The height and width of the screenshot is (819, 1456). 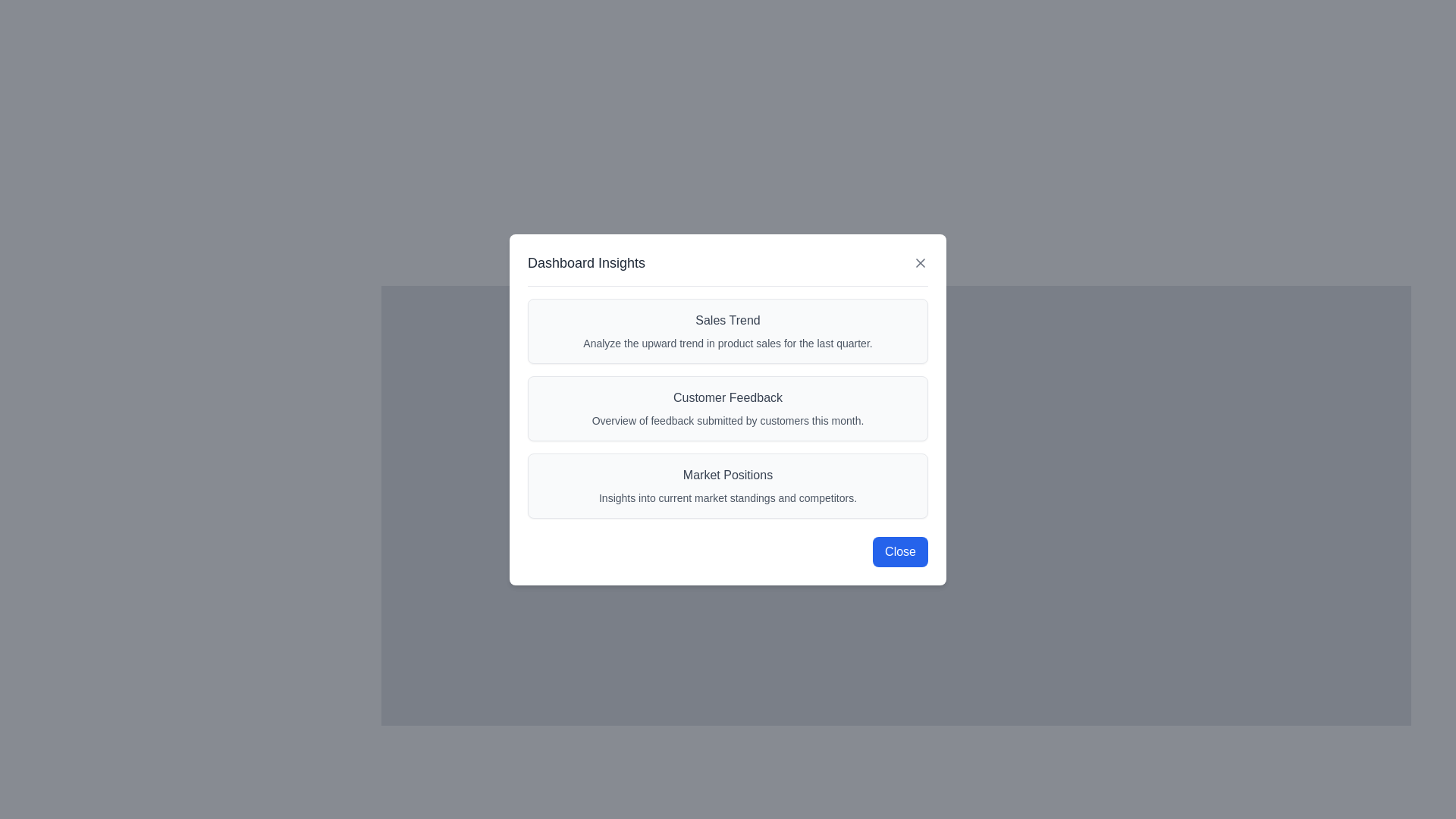 I want to click on the interactive close icon button located at the top-right corner of the 'Dashboard Insights' header, so click(x=920, y=262).